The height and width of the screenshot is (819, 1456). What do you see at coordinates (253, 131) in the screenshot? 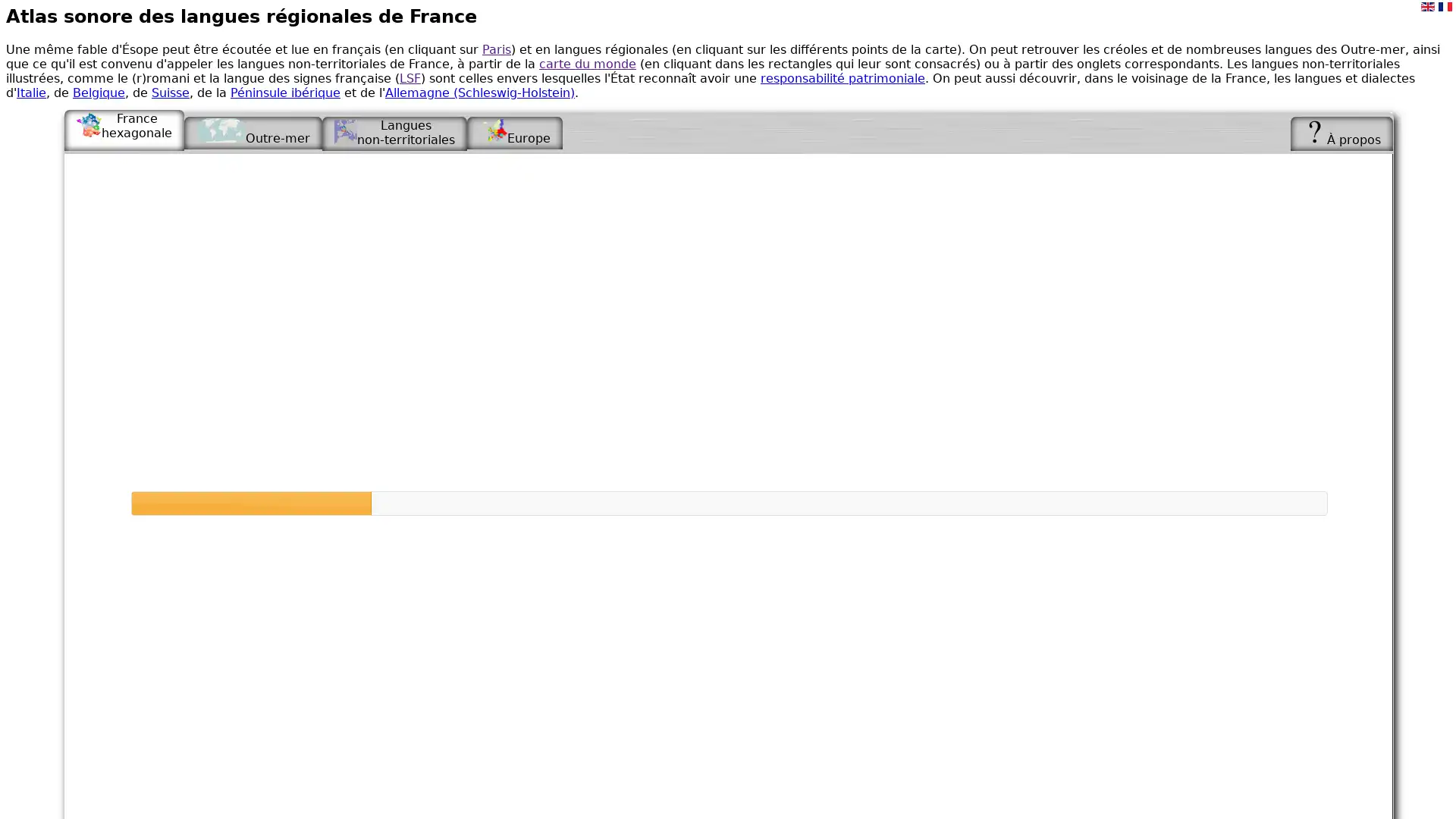
I see `Outre-mer` at bounding box center [253, 131].